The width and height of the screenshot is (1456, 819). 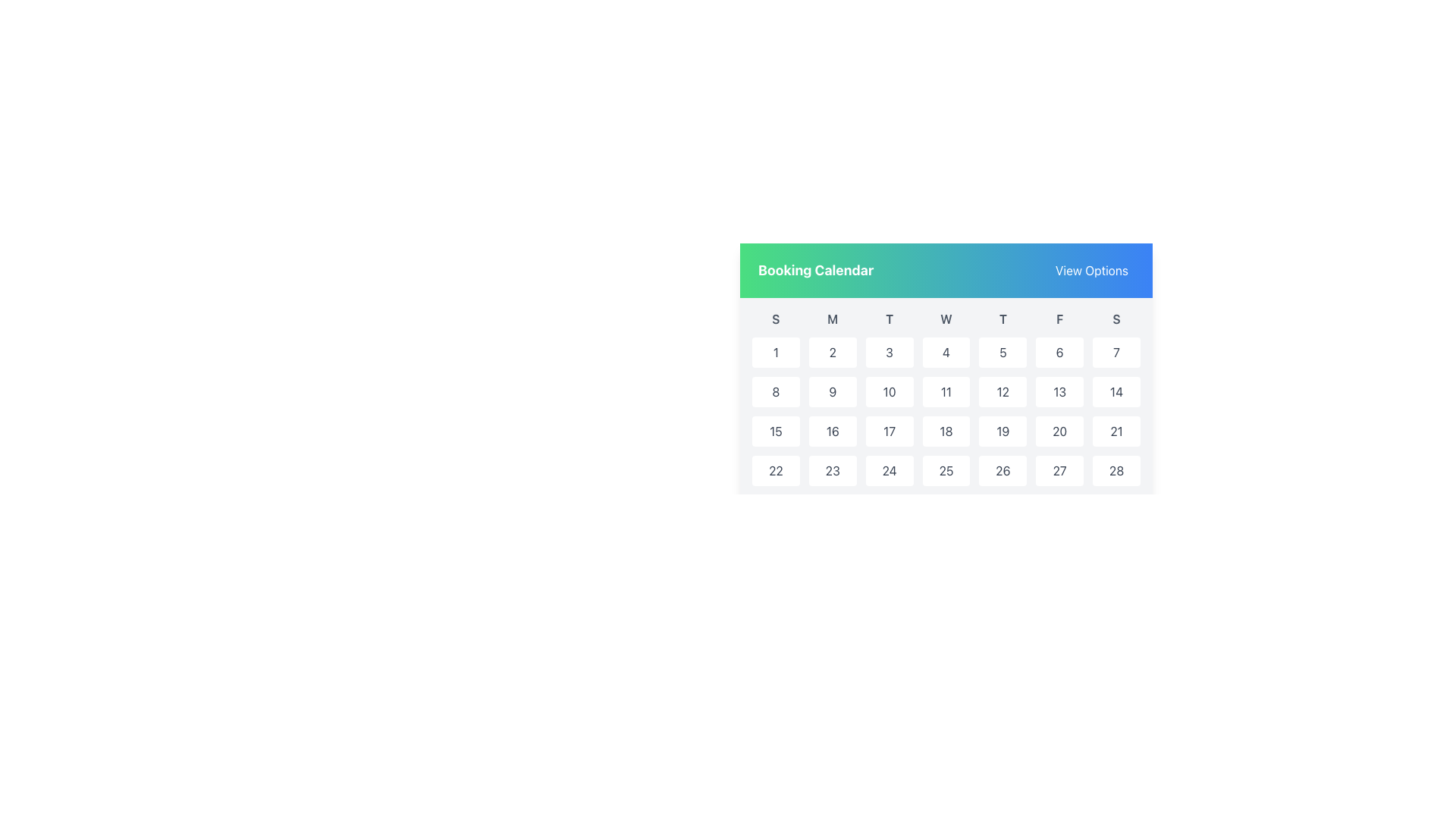 I want to click on the text label representing the 25th day of the month in the calendar grid, so click(x=946, y=470).